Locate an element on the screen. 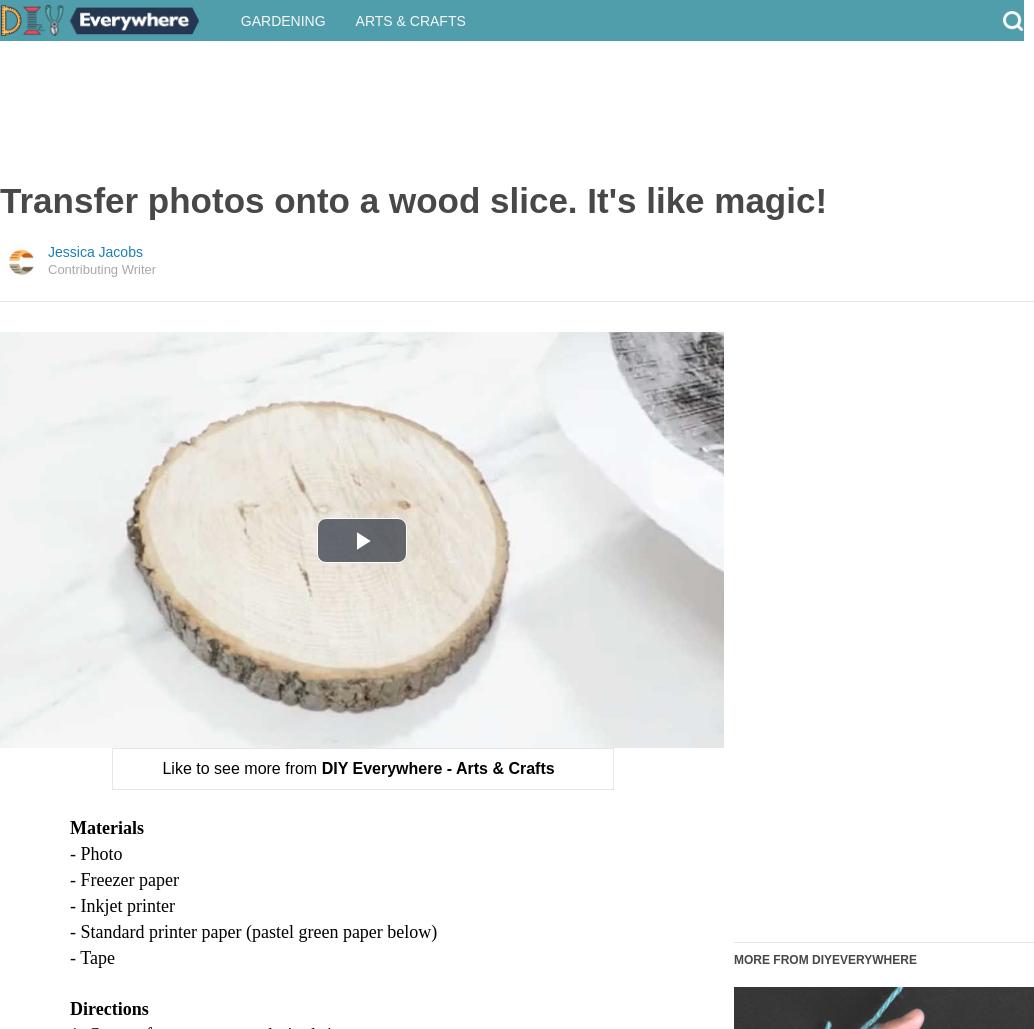  'More From DIYEverywhere' is located at coordinates (824, 977).